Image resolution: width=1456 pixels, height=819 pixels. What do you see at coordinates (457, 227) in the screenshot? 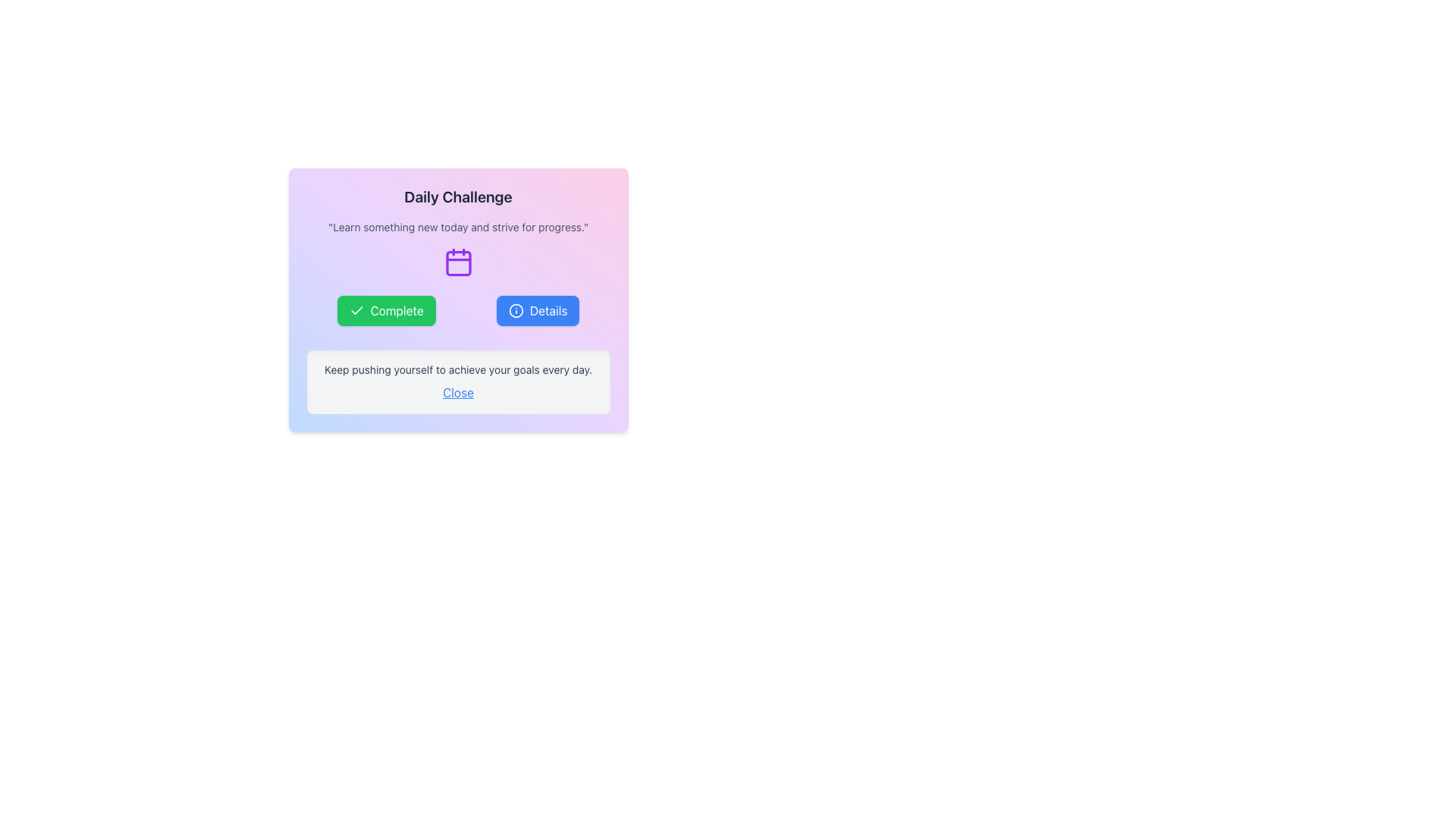
I see `the motivational statement text element located below the 'Daily Challenge' title and above the calendar icon` at bounding box center [457, 227].